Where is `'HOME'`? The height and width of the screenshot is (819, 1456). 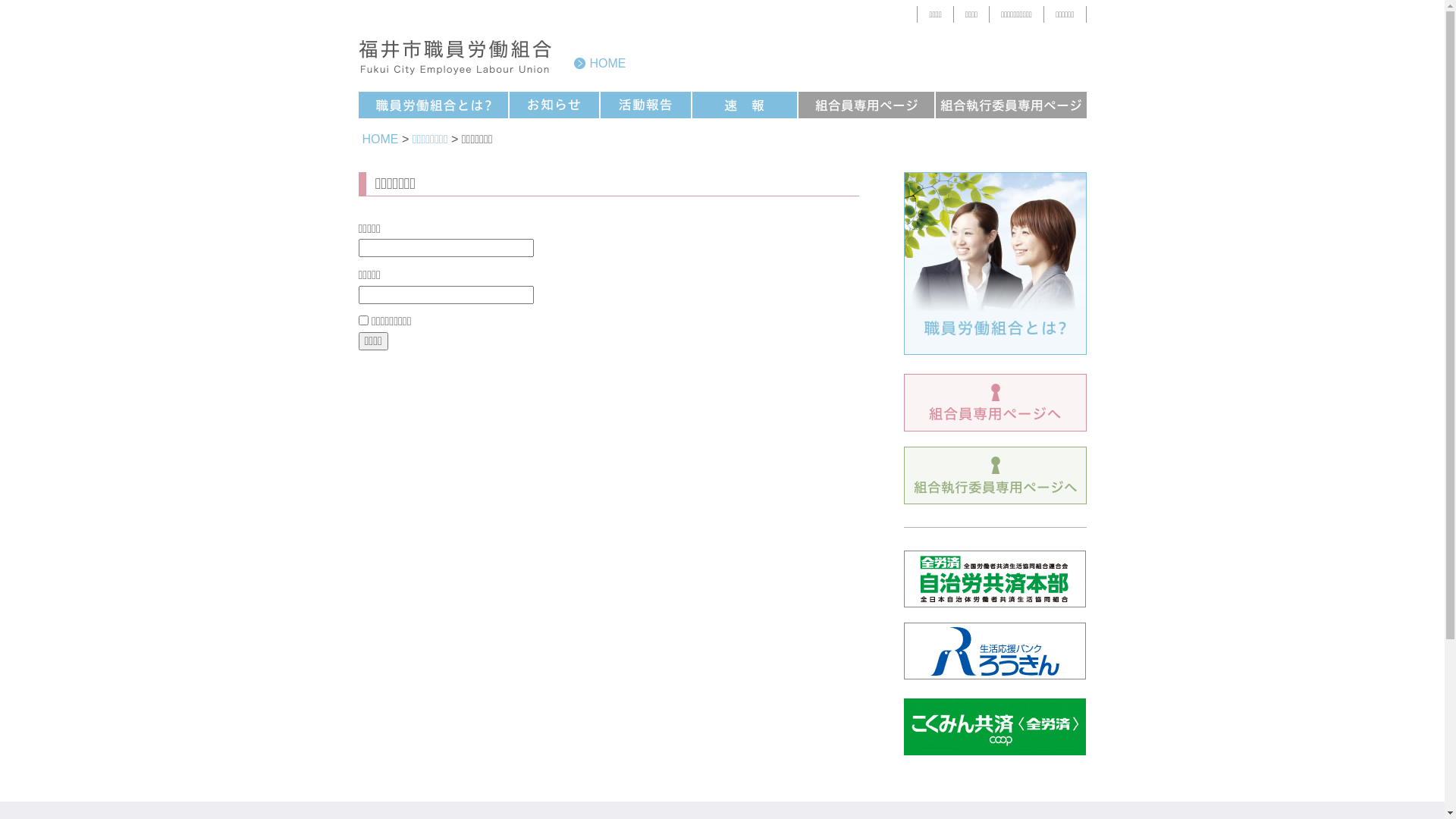
'HOME' is located at coordinates (598, 62).